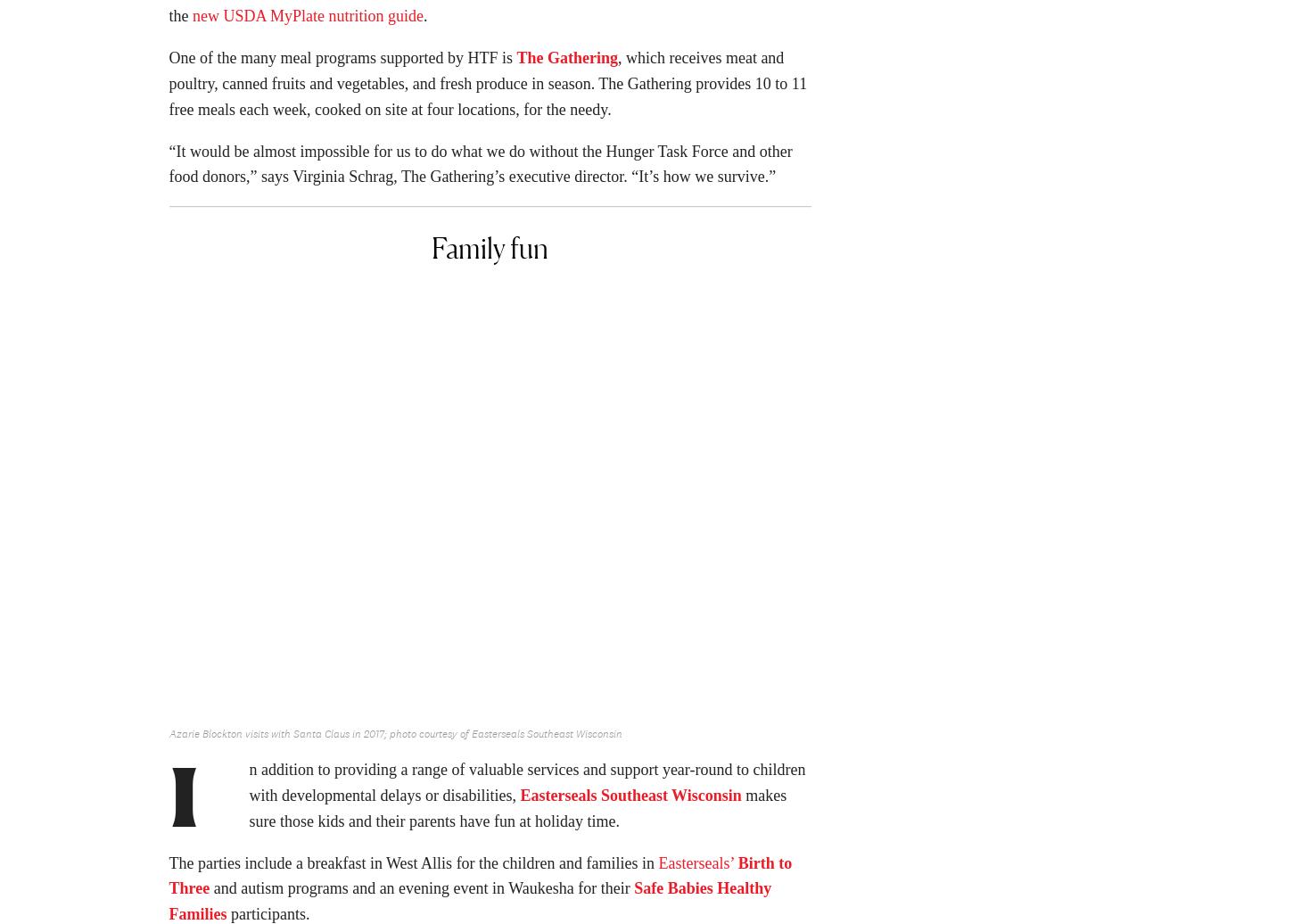 Image resolution: width=1293 pixels, height=924 pixels. I want to click on 'Birth to Three', so click(480, 881).